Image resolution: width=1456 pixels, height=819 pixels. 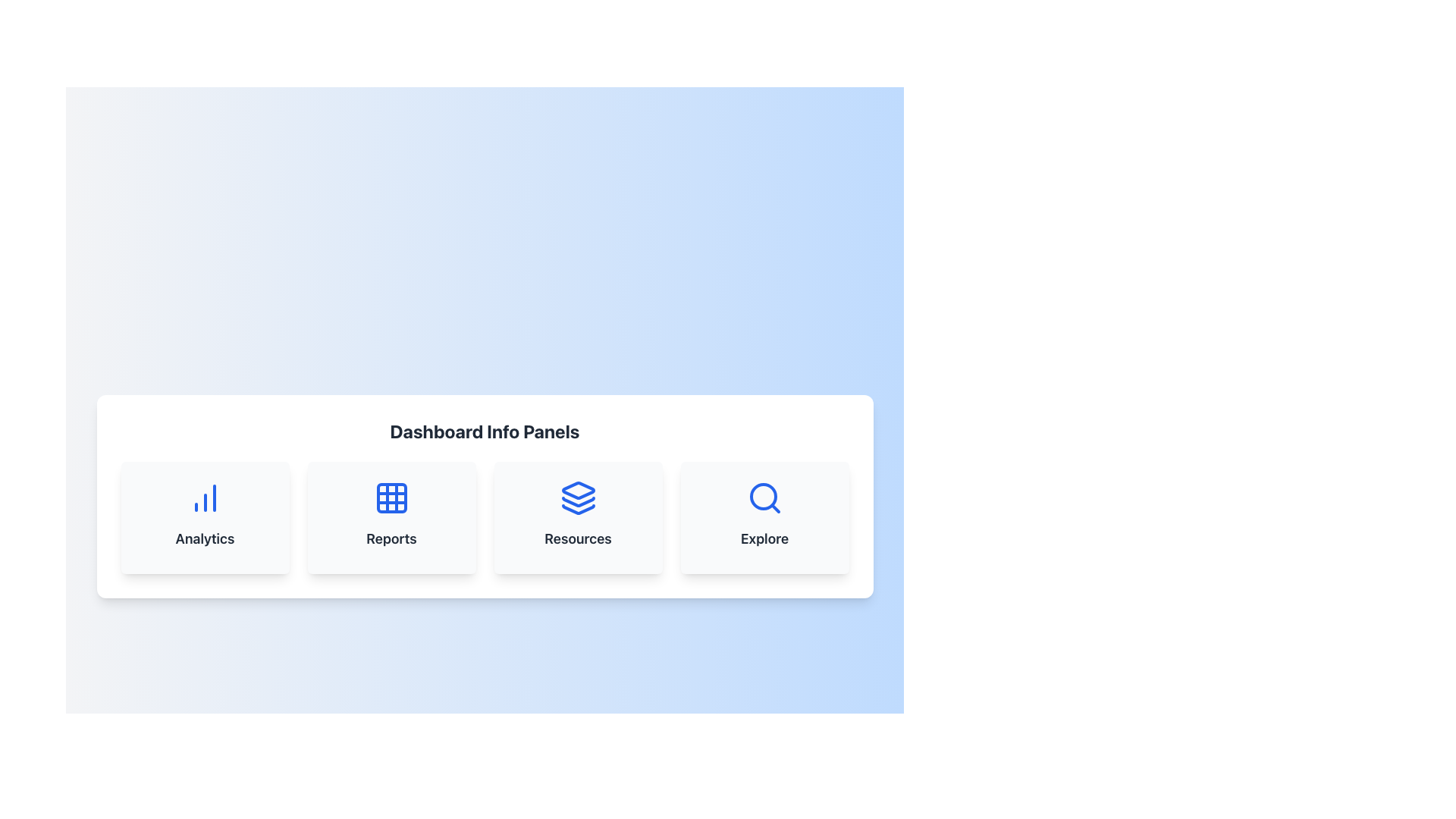 What do you see at coordinates (391, 497) in the screenshot?
I see `the 'Reports' icon located centrally in the 'Reports' card within the 'Dashboard Info Panels' section to observe its associated details` at bounding box center [391, 497].